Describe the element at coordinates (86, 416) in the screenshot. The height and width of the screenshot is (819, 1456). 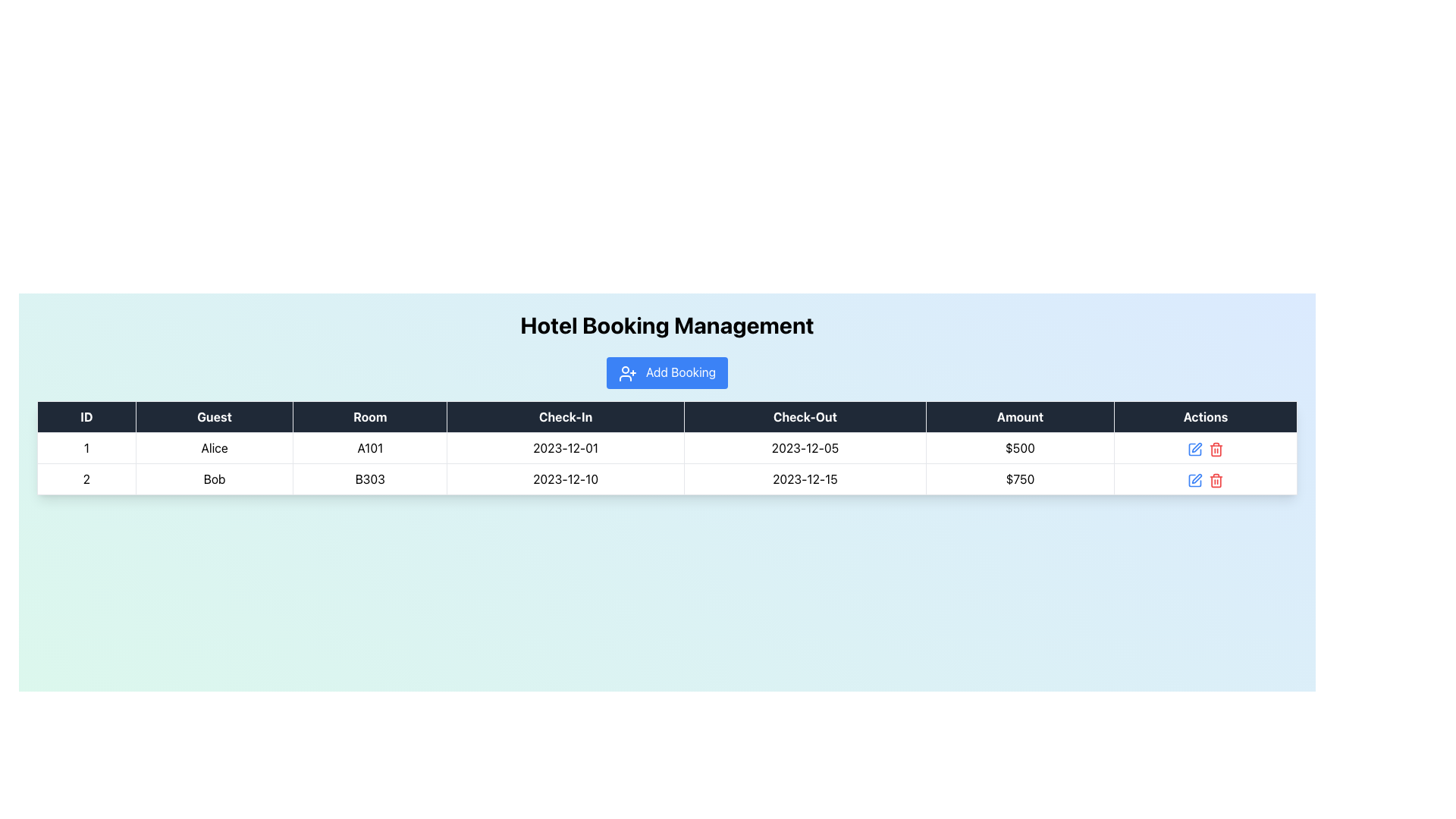
I see `the Table Header Cell containing the text 'ID' located at the upper-left corner of the table` at that location.